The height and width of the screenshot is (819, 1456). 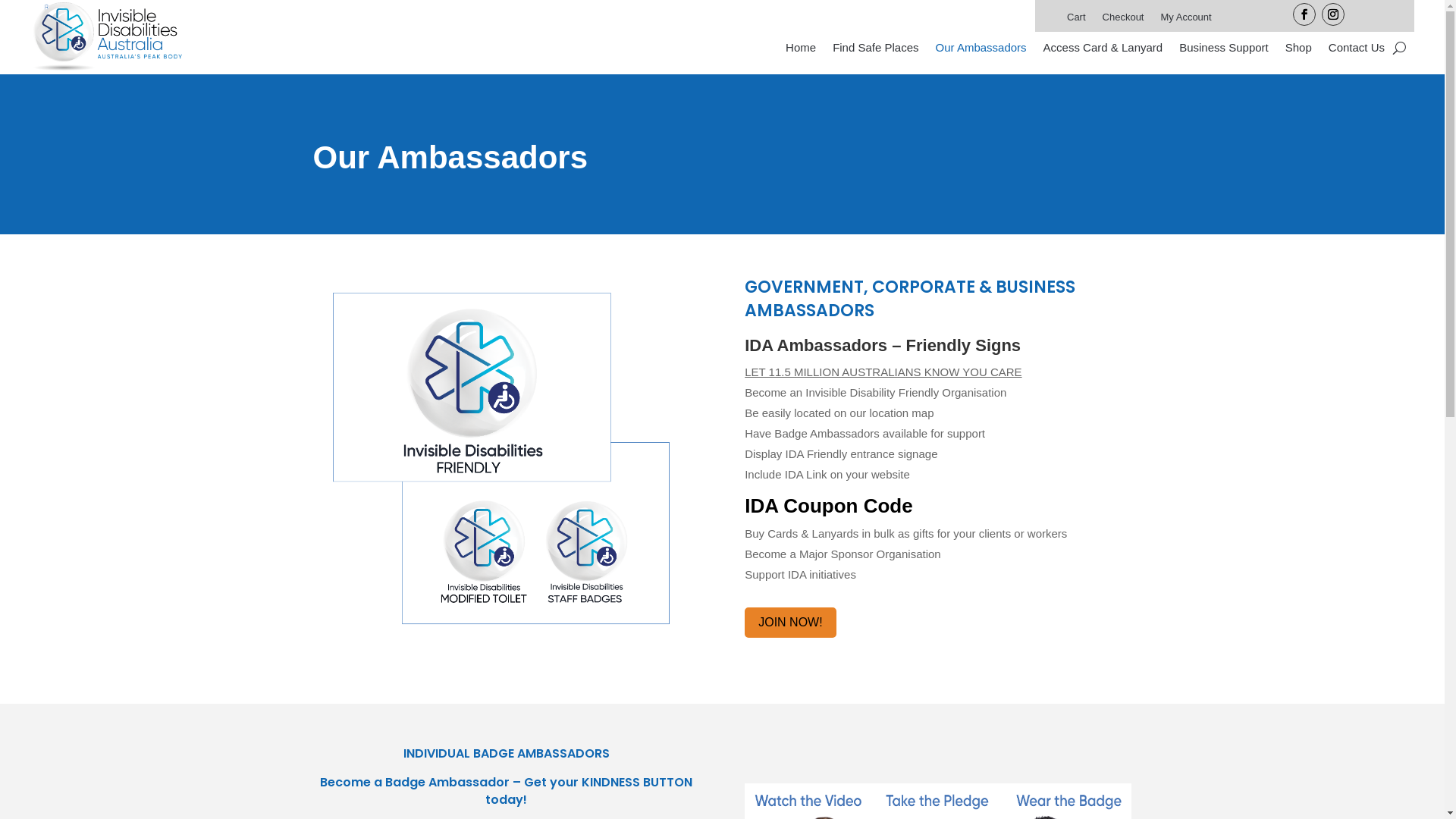 I want to click on 'My Account', so click(x=1159, y=20).